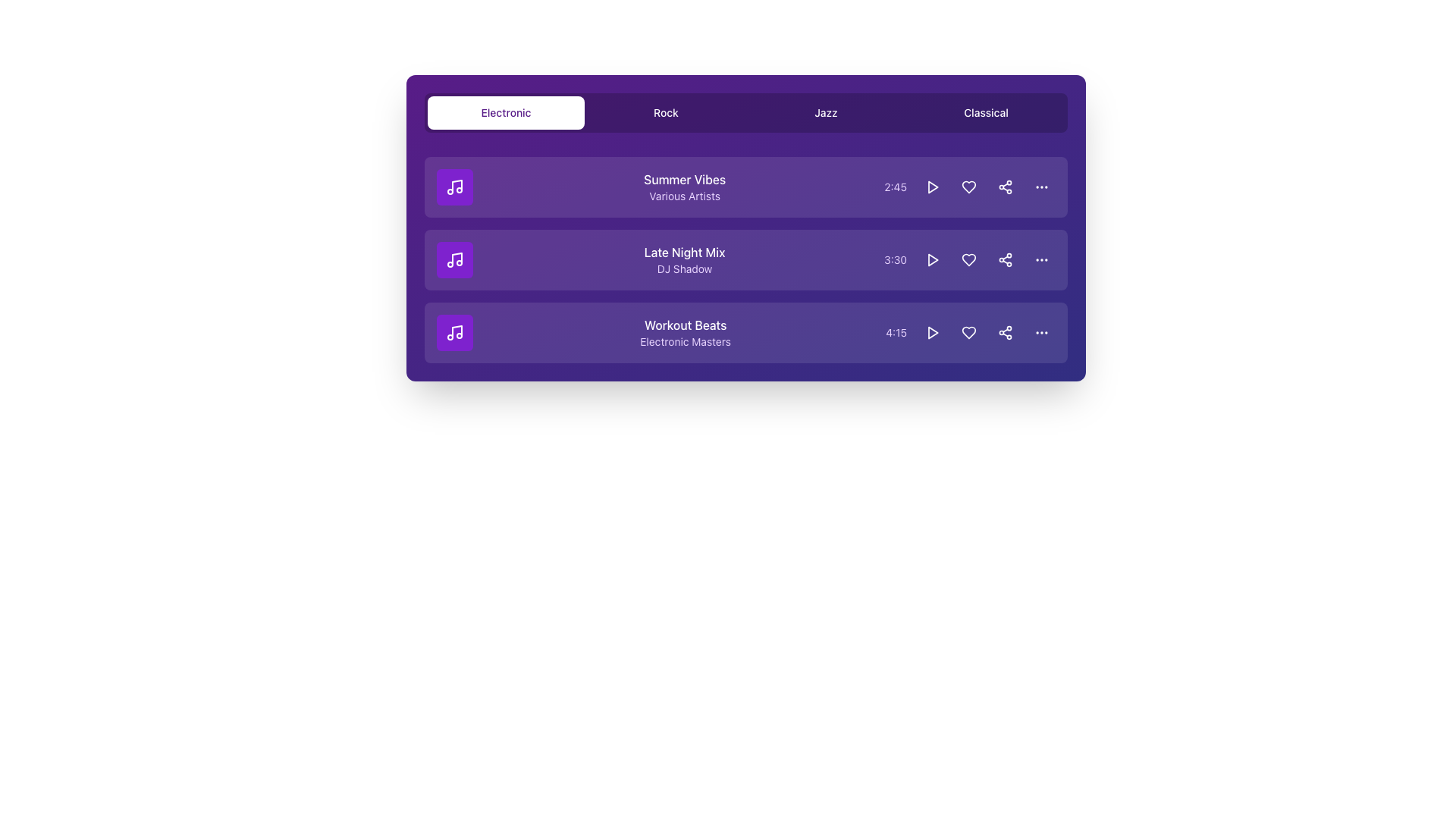 The image size is (1456, 819). Describe the element at coordinates (1040, 186) in the screenshot. I see `the ellipsis menu icon, which consists of three horizontally spaced dots on a purple background` at that location.